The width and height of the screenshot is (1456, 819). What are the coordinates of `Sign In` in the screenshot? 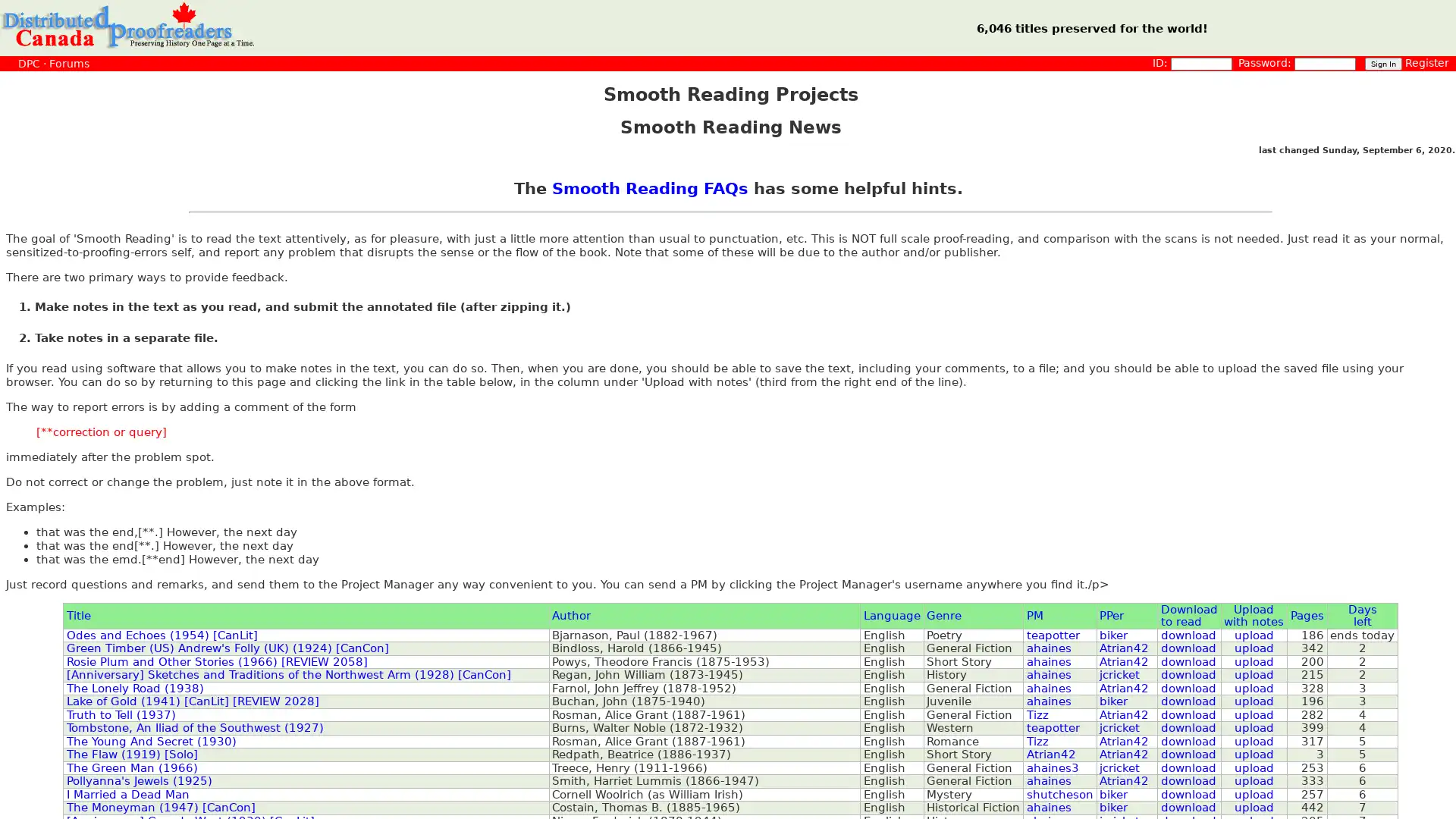 It's located at (1383, 63).